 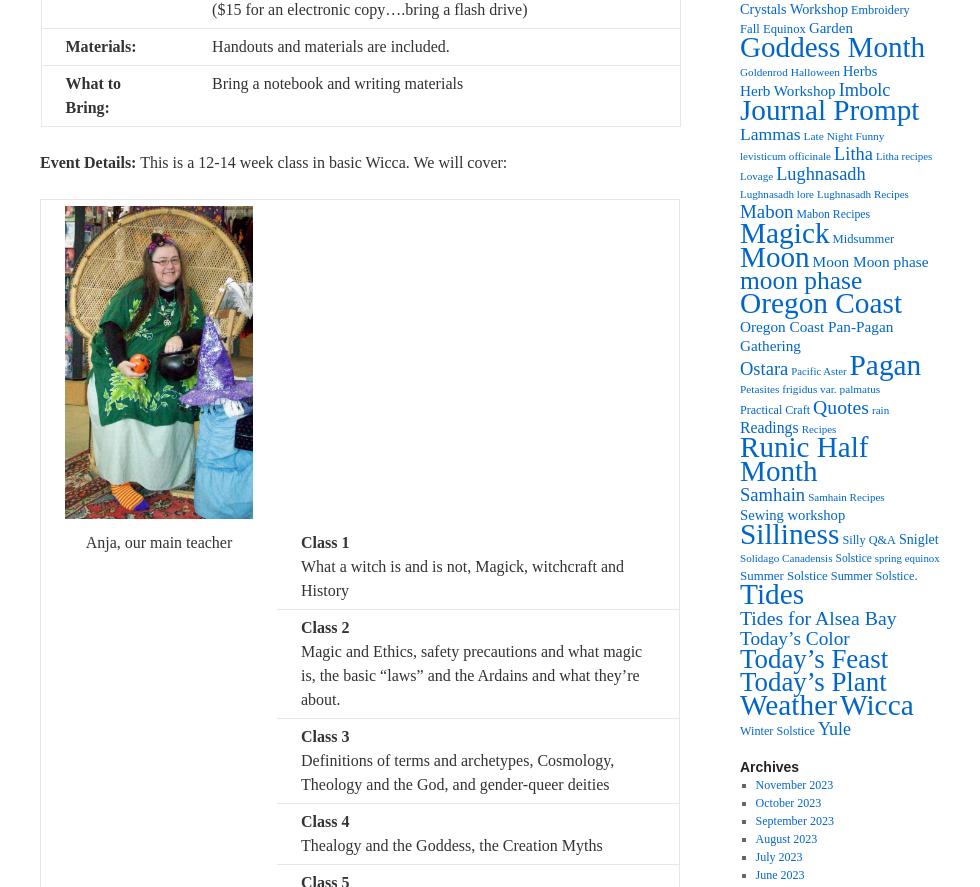 I want to click on 'Recipes', so click(x=800, y=429).